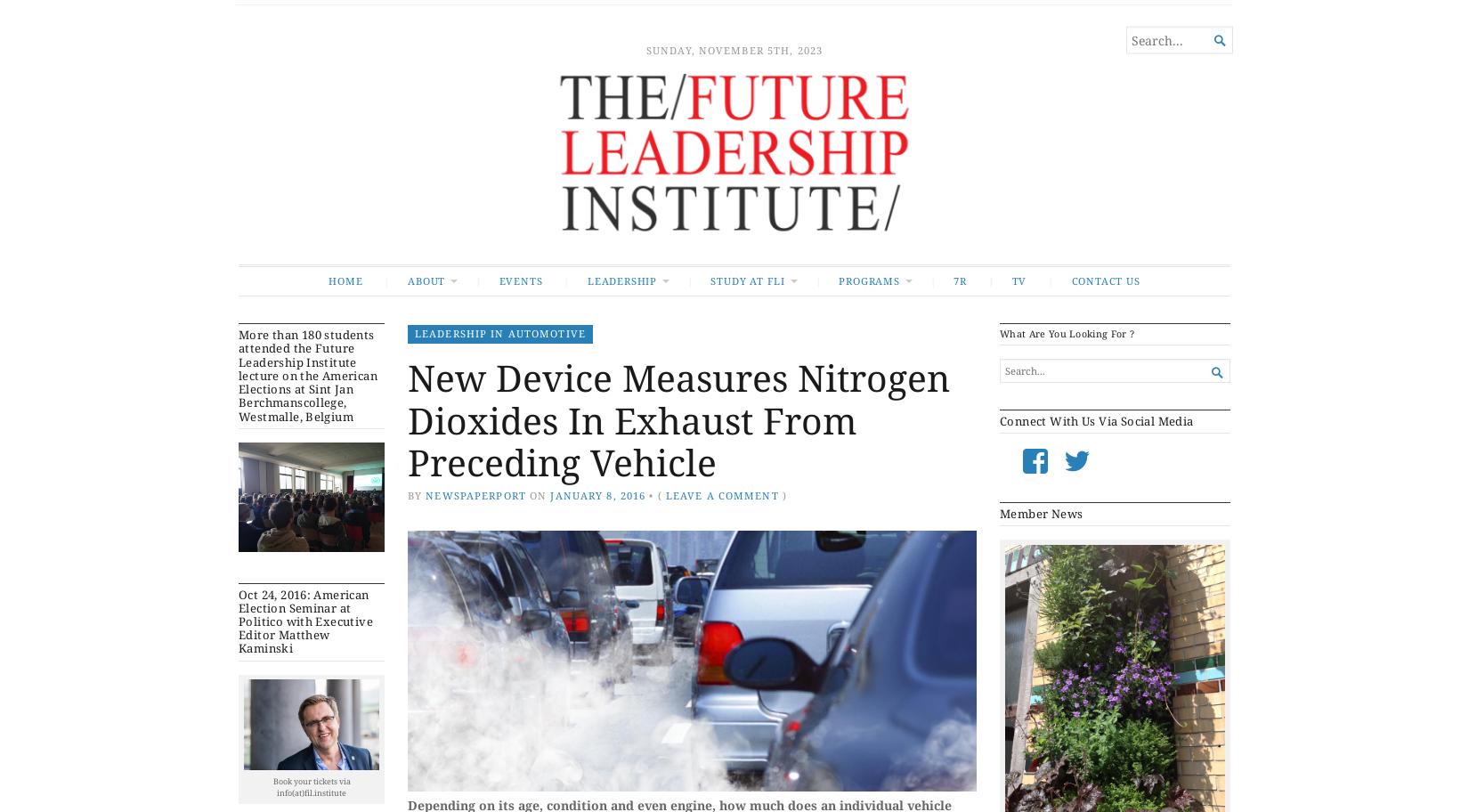  I want to click on 'Study at FLI', so click(709, 280).